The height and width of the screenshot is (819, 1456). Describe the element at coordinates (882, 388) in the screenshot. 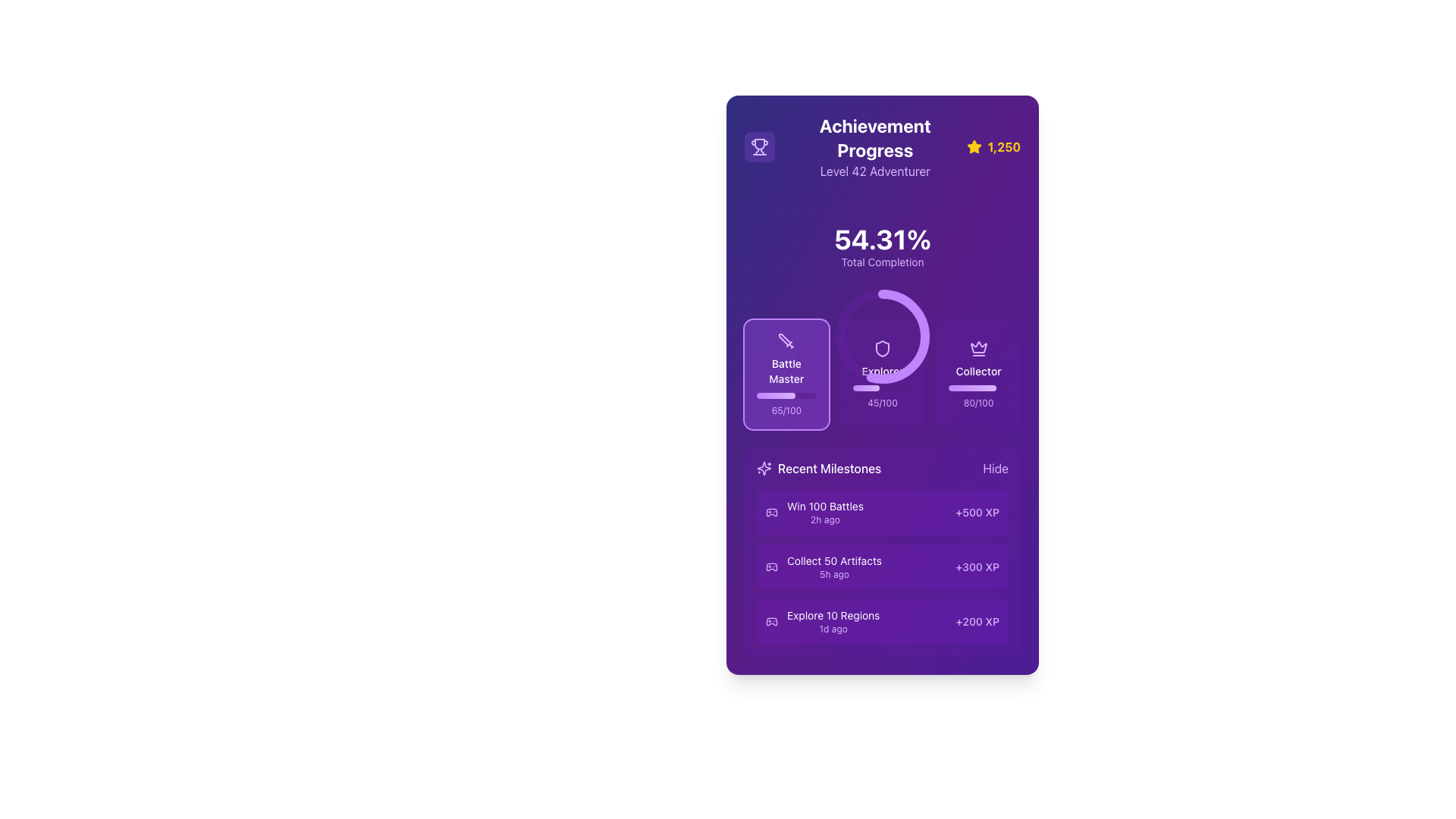

I see `the progress bar with a purple base and gradient fill, located below the 'Explorer' text and above the '45/100' indicator` at that location.